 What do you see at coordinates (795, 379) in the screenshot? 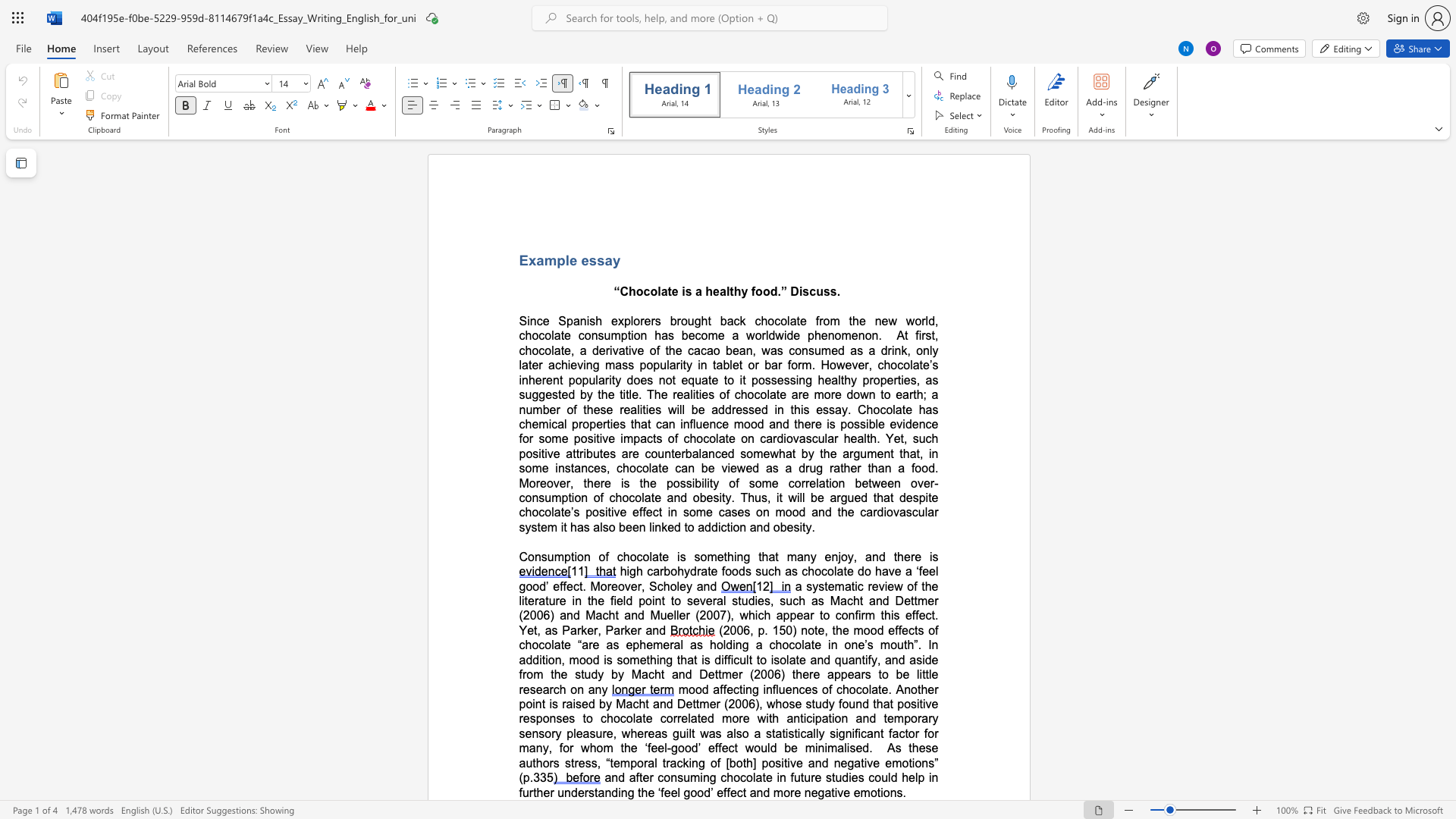
I see `the subset text "ing" within the text "possessing"` at bounding box center [795, 379].